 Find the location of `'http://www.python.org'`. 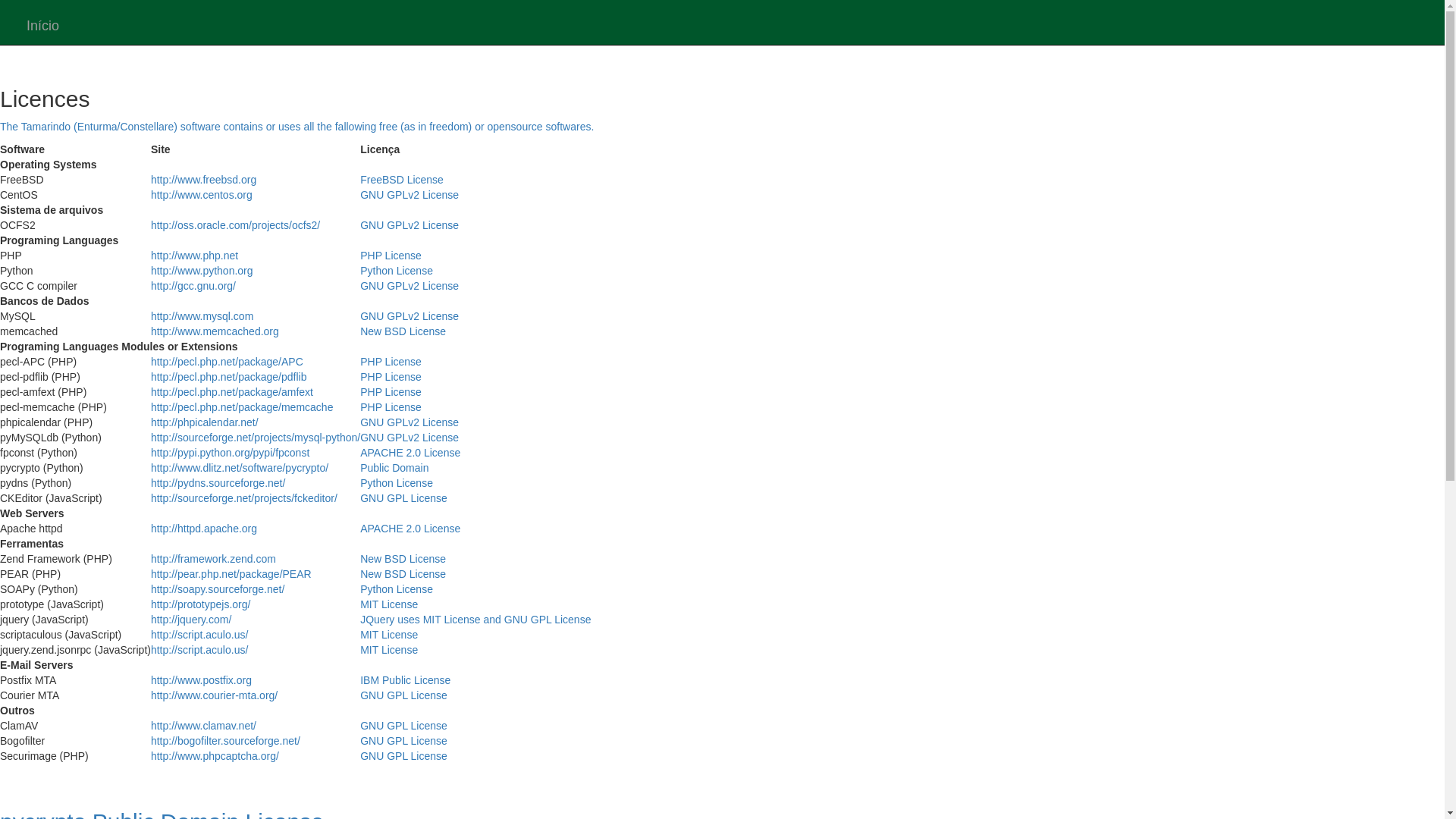

'http://www.python.org' is located at coordinates (201, 270).